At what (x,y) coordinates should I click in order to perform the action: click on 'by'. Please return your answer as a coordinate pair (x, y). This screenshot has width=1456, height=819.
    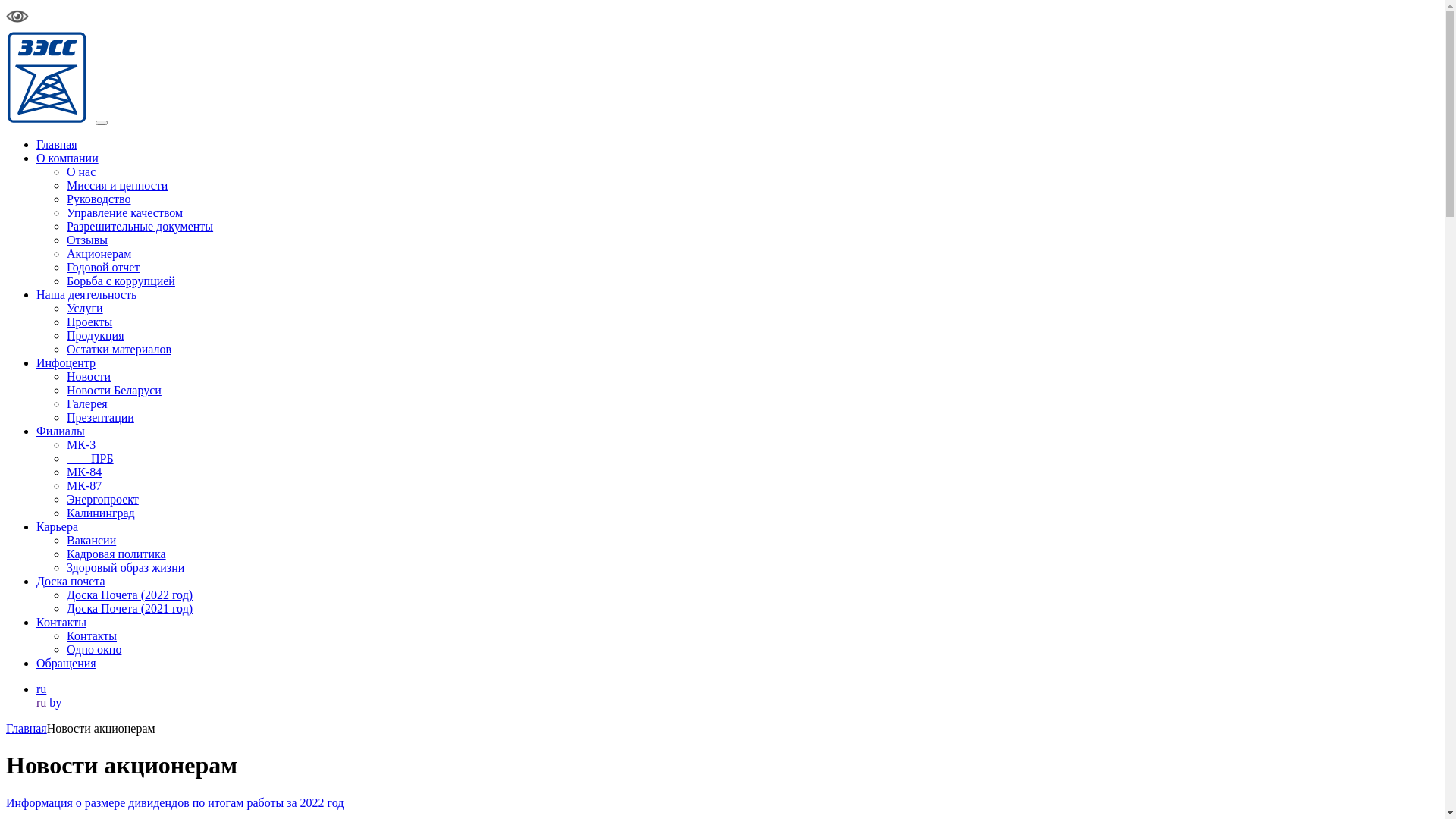
    Looking at the image, I should click on (55, 702).